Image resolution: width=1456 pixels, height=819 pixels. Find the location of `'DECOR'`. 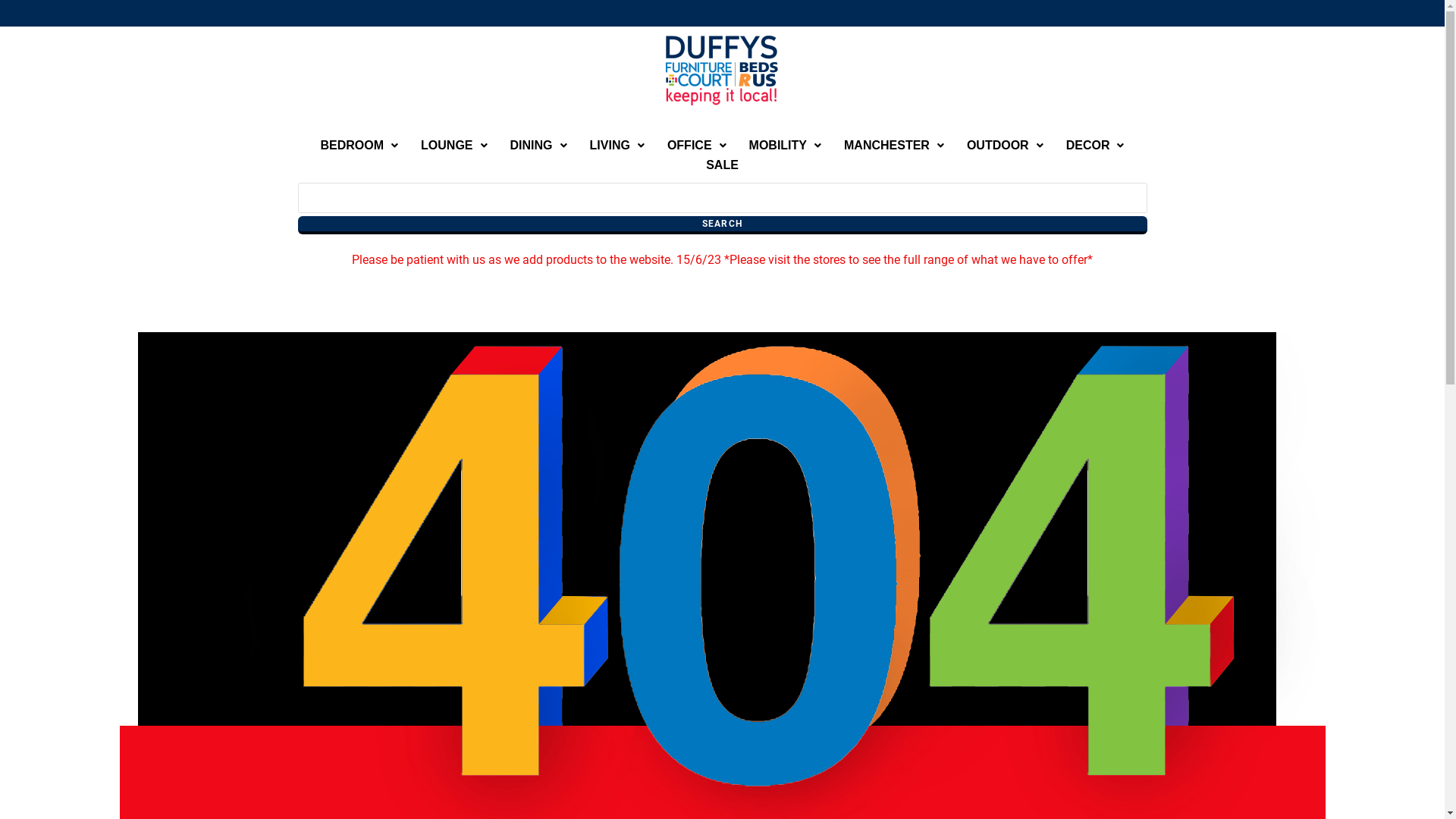

'DECOR' is located at coordinates (1095, 146).